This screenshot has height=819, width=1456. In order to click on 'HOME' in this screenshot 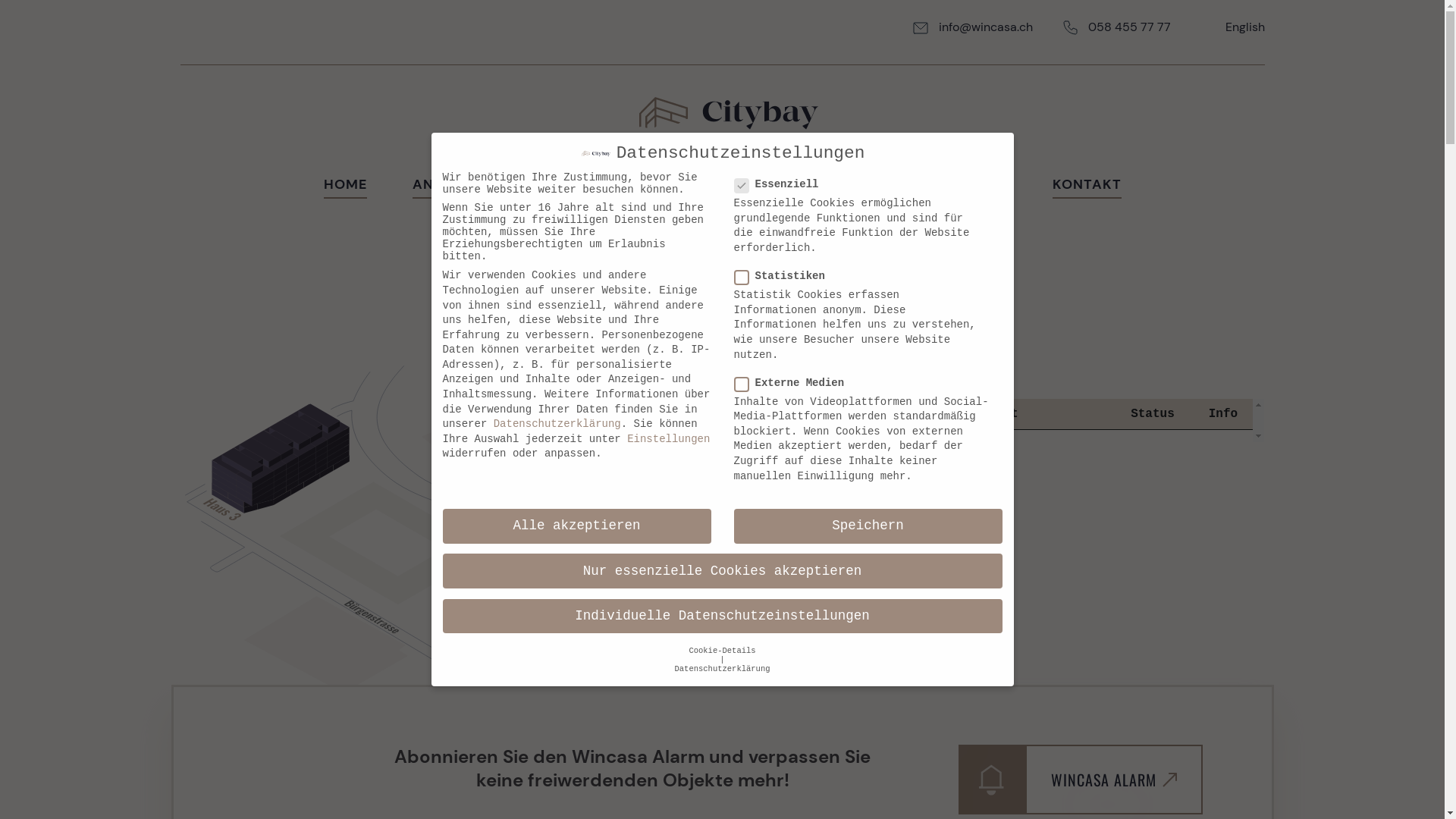, I will do `click(344, 186)`.